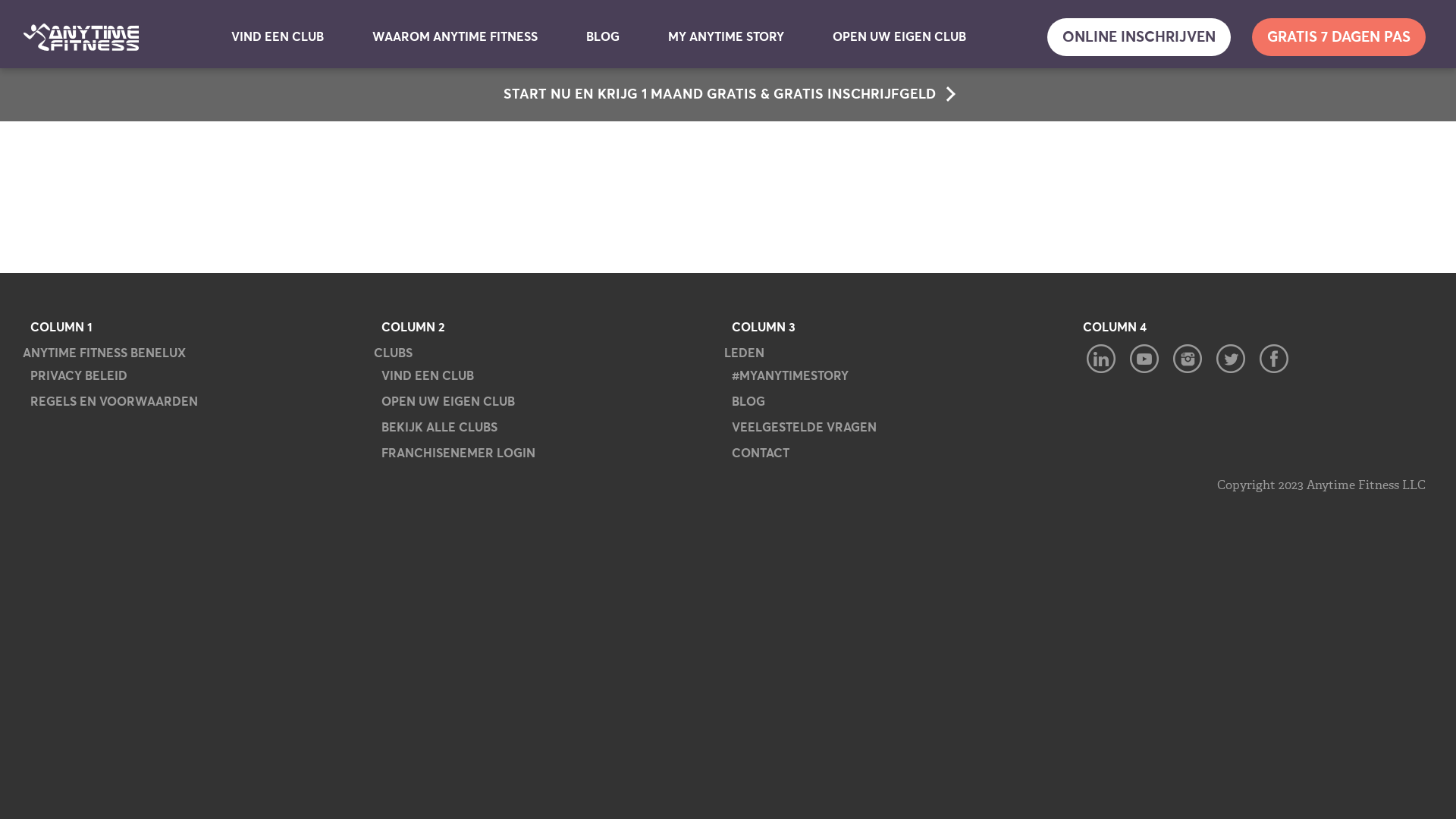 The image size is (1456, 819). I want to click on 'BLOG', so click(748, 400).